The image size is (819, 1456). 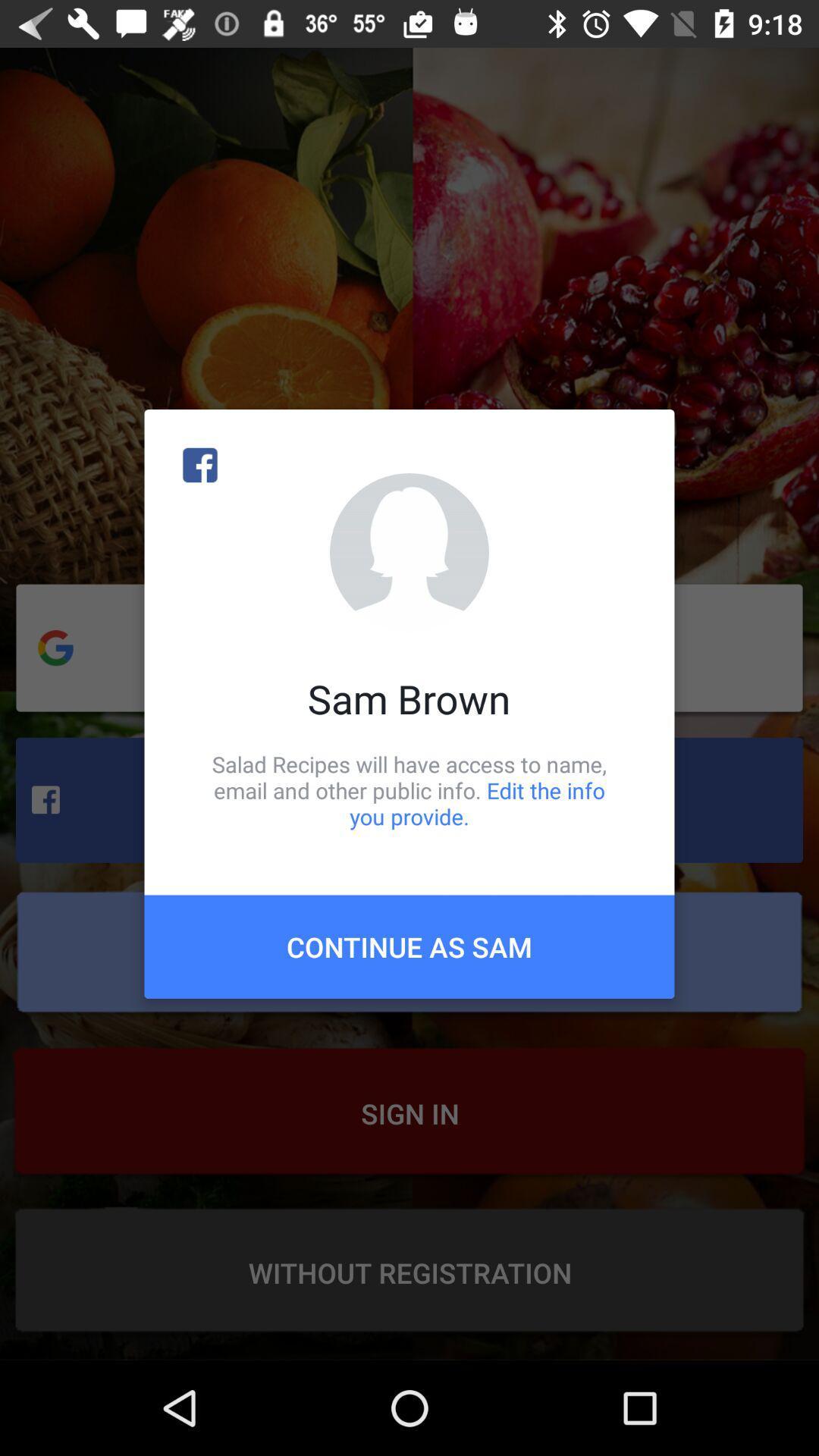 I want to click on the icon above continue as sam, so click(x=409, y=789).